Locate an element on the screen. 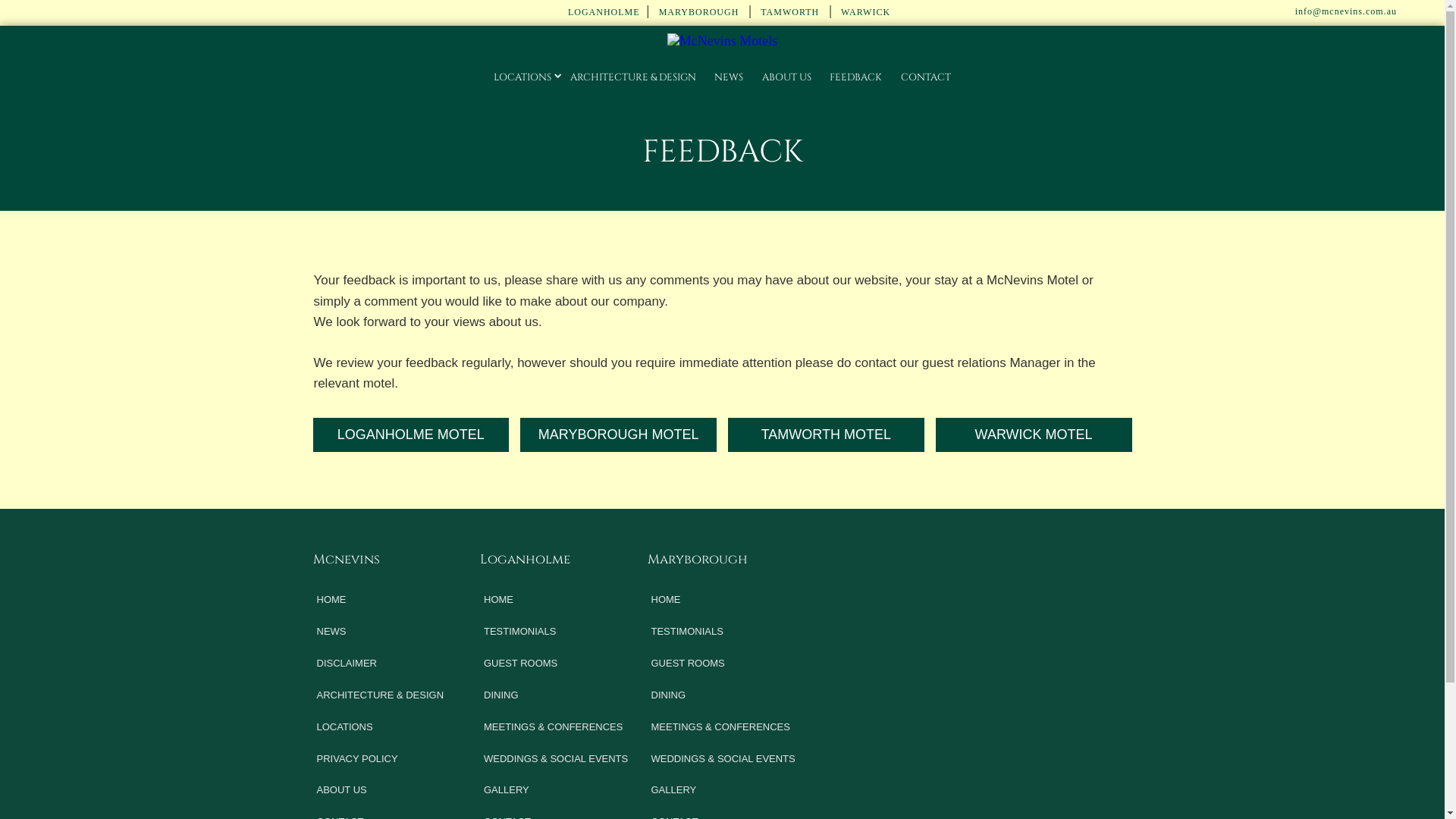  'WARWICK MOTEL' is located at coordinates (1033, 435).